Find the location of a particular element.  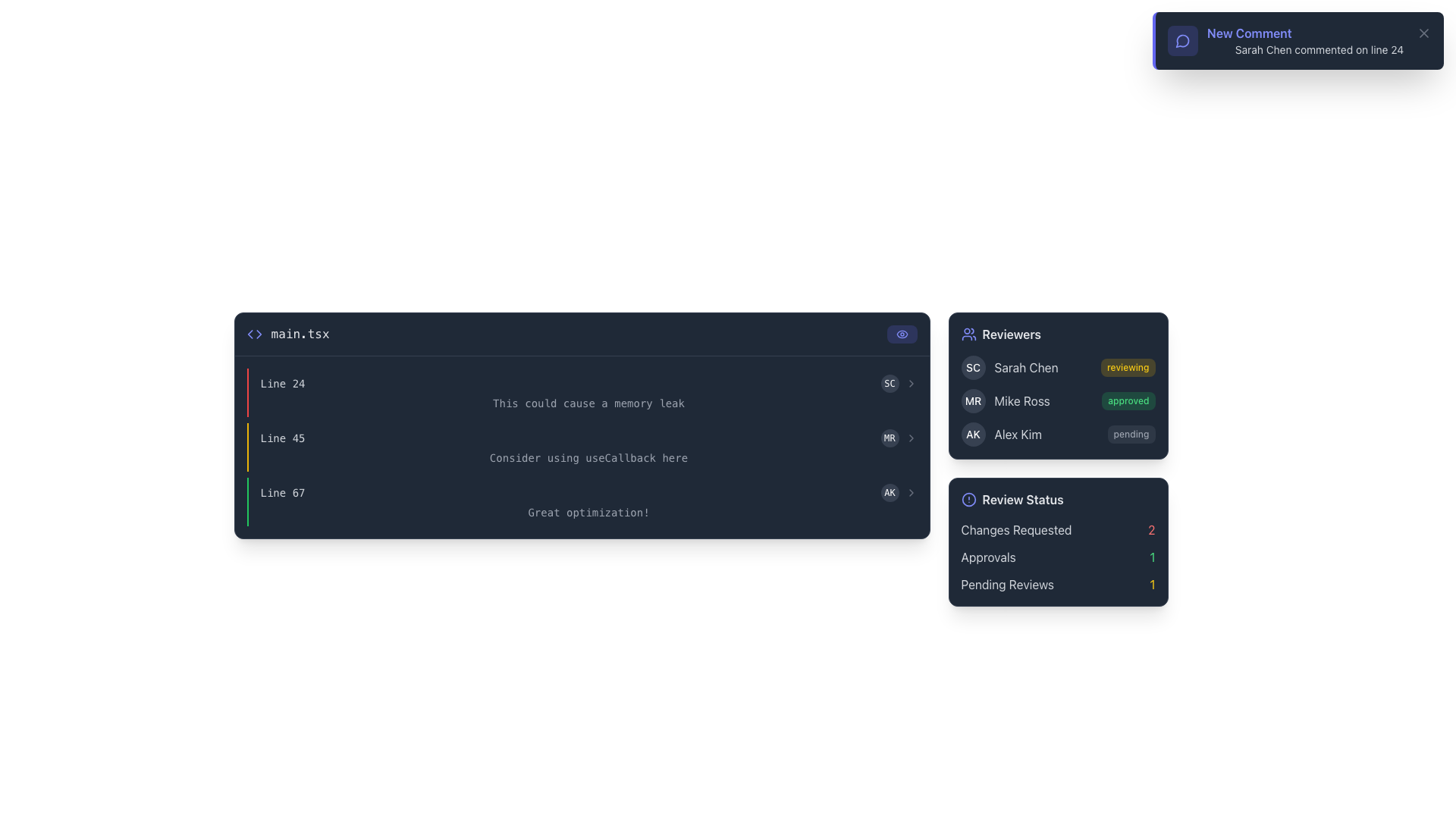

the label displaying the count of pending reviews in the 'Review Status' section, positioned to the right of the 'Pending Reviews' row is located at coordinates (1152, 584).